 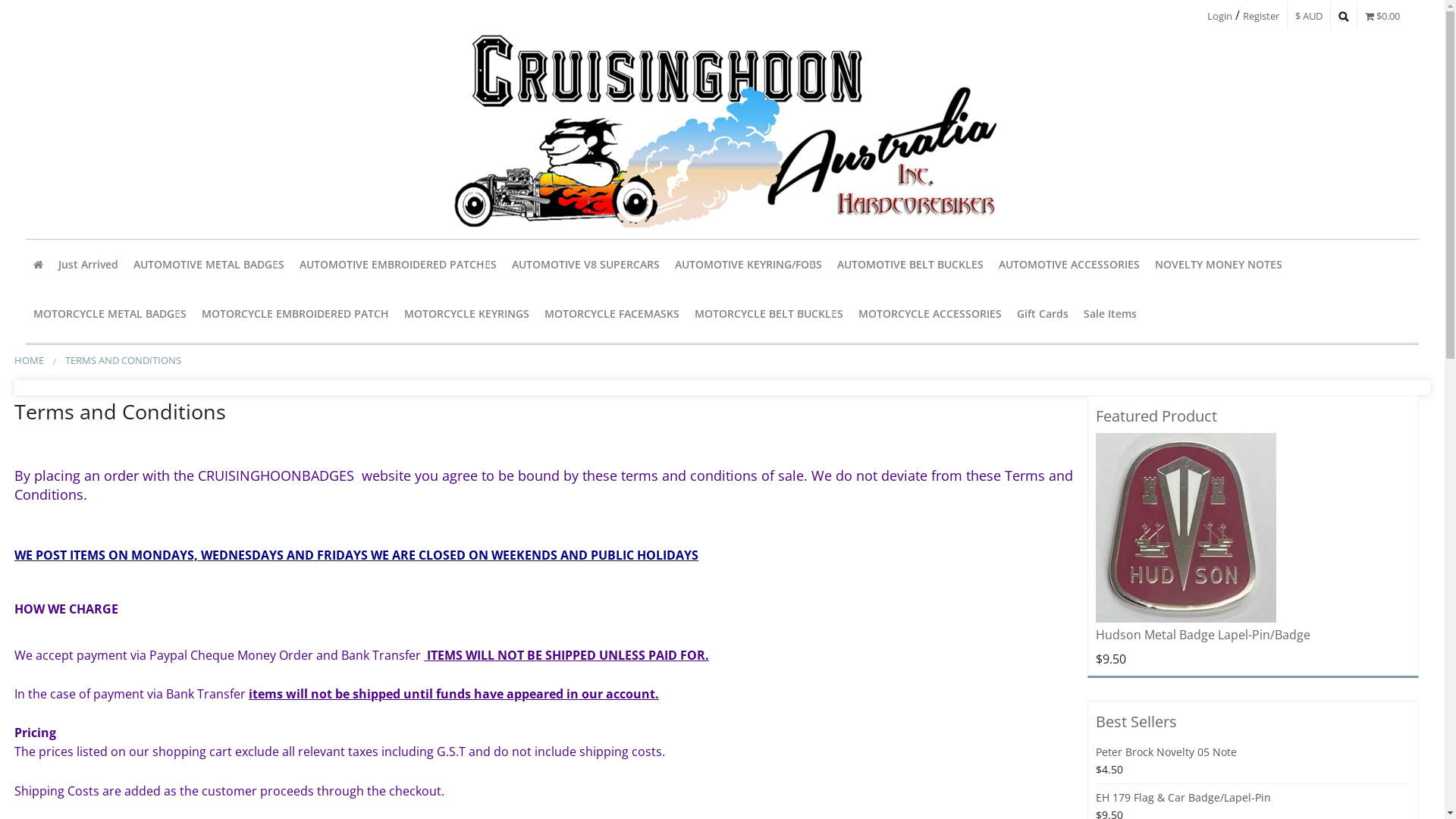 I want to click on 'Register', so click(x=1260, y=15).